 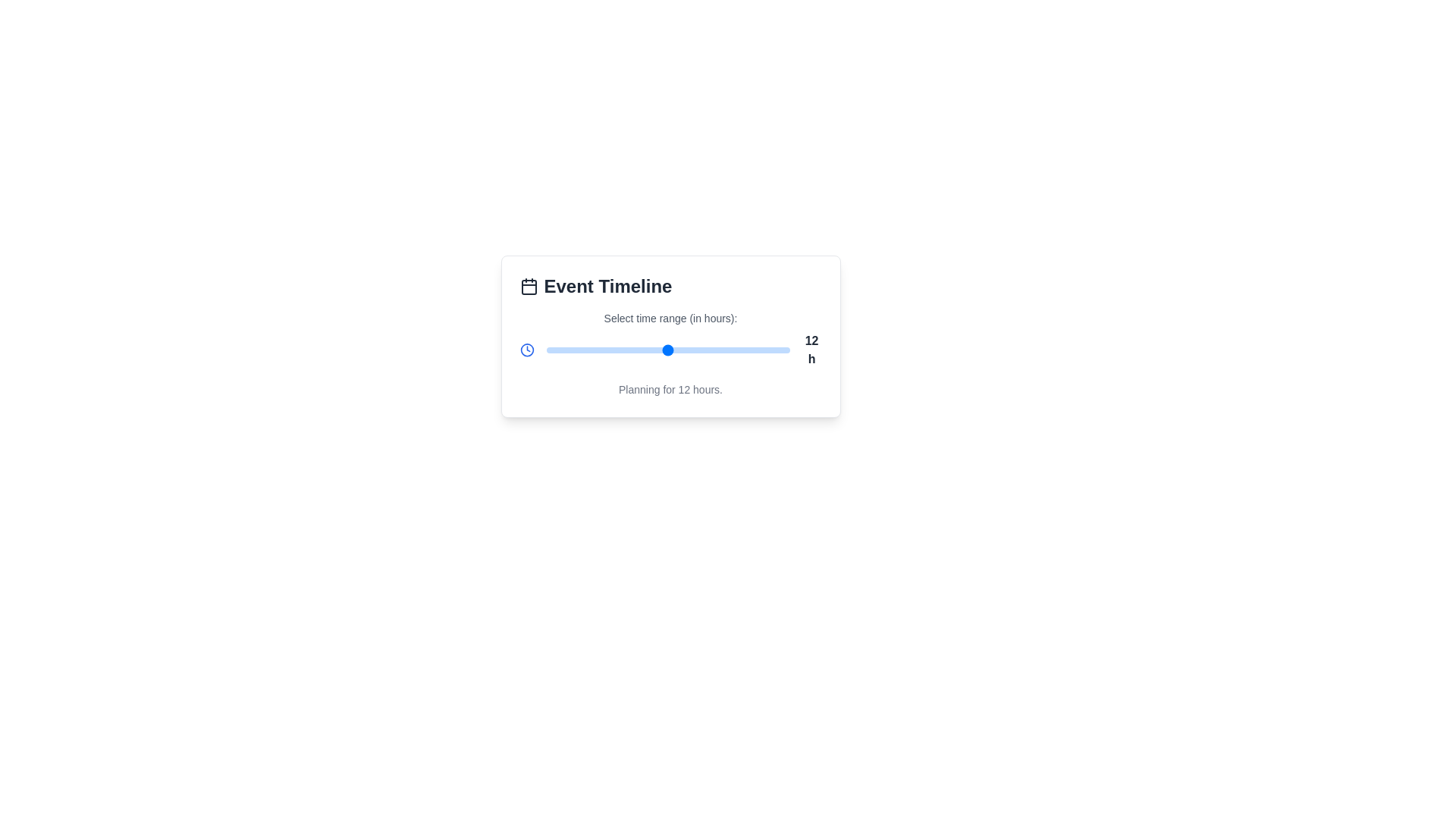 I want to click on the rounded rectangle inside the calendar icon at the top left corner of the 'Event Timeline' card, which is visually distinct with a minimalist design, so click(x=529, y=287).